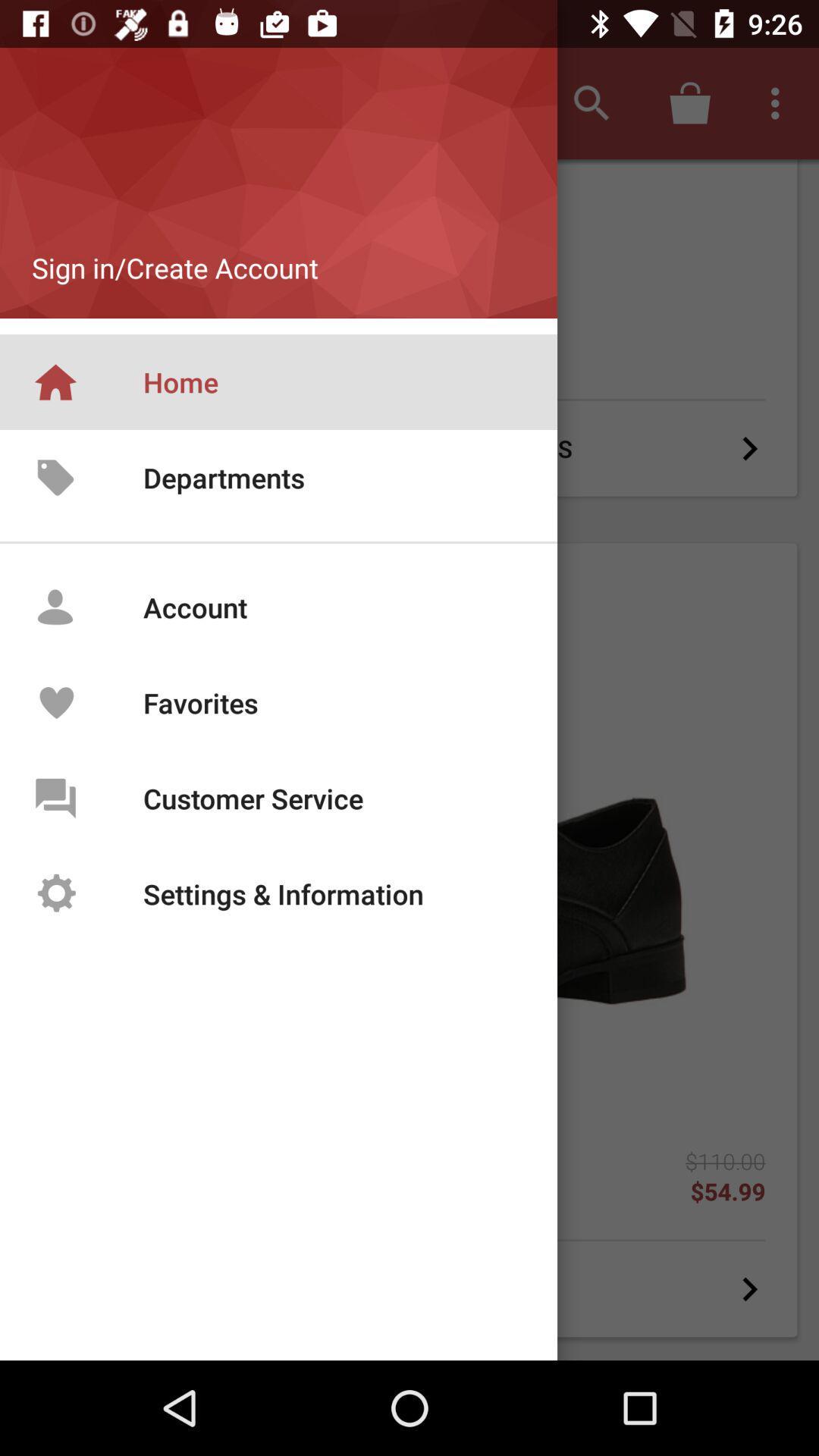  What do you see at coordinates (779, 103) in the screenshot?
I see `the option menu from the right corner of the screen` at bounding box center [779, 103].